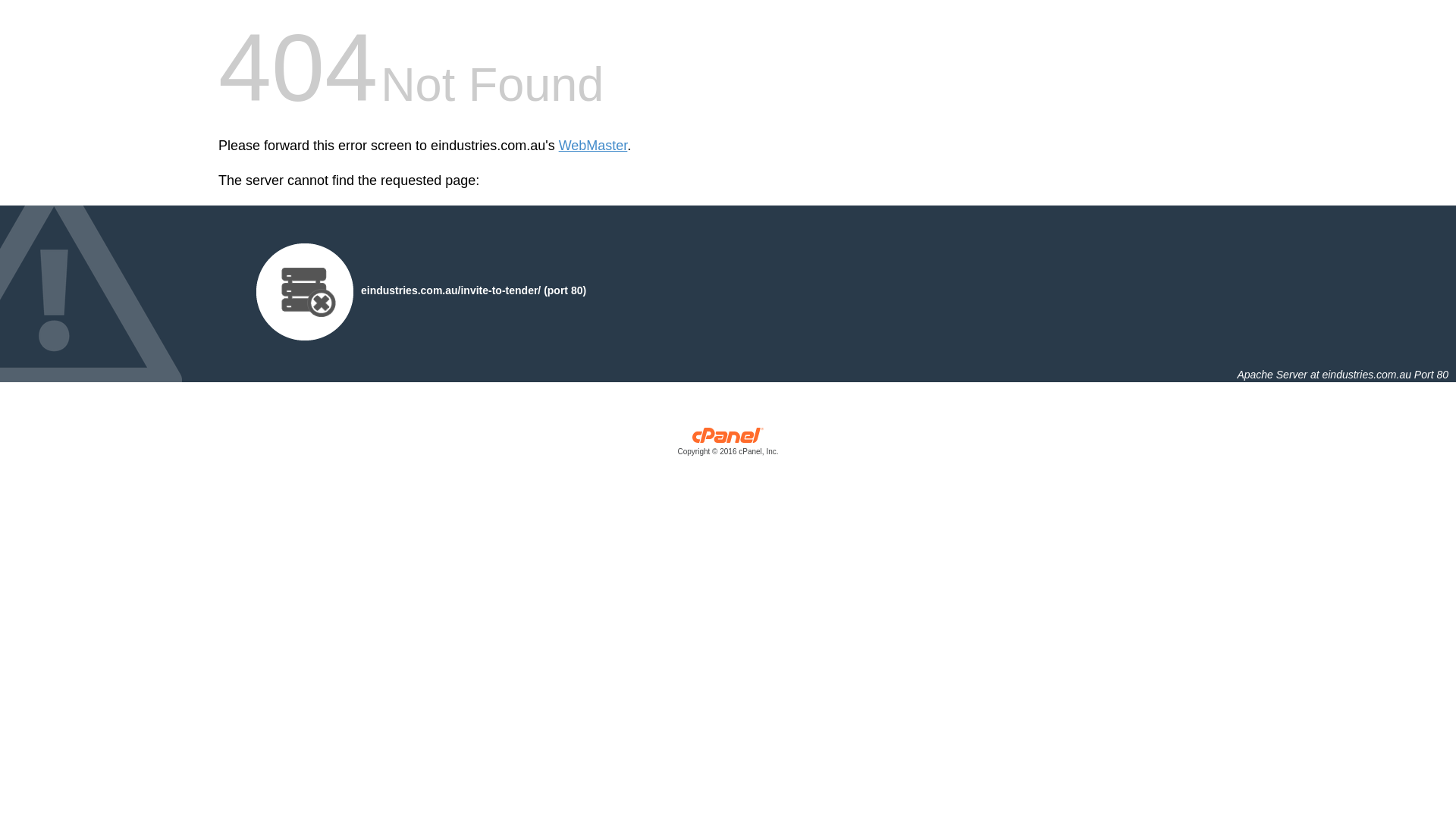 Image resolution: width=1456 pixels, height=819 pixels. What do you see at coordinates (592, 146) in the screenshot?
I see `'WebMaster'` at bounding box center [592, 146].